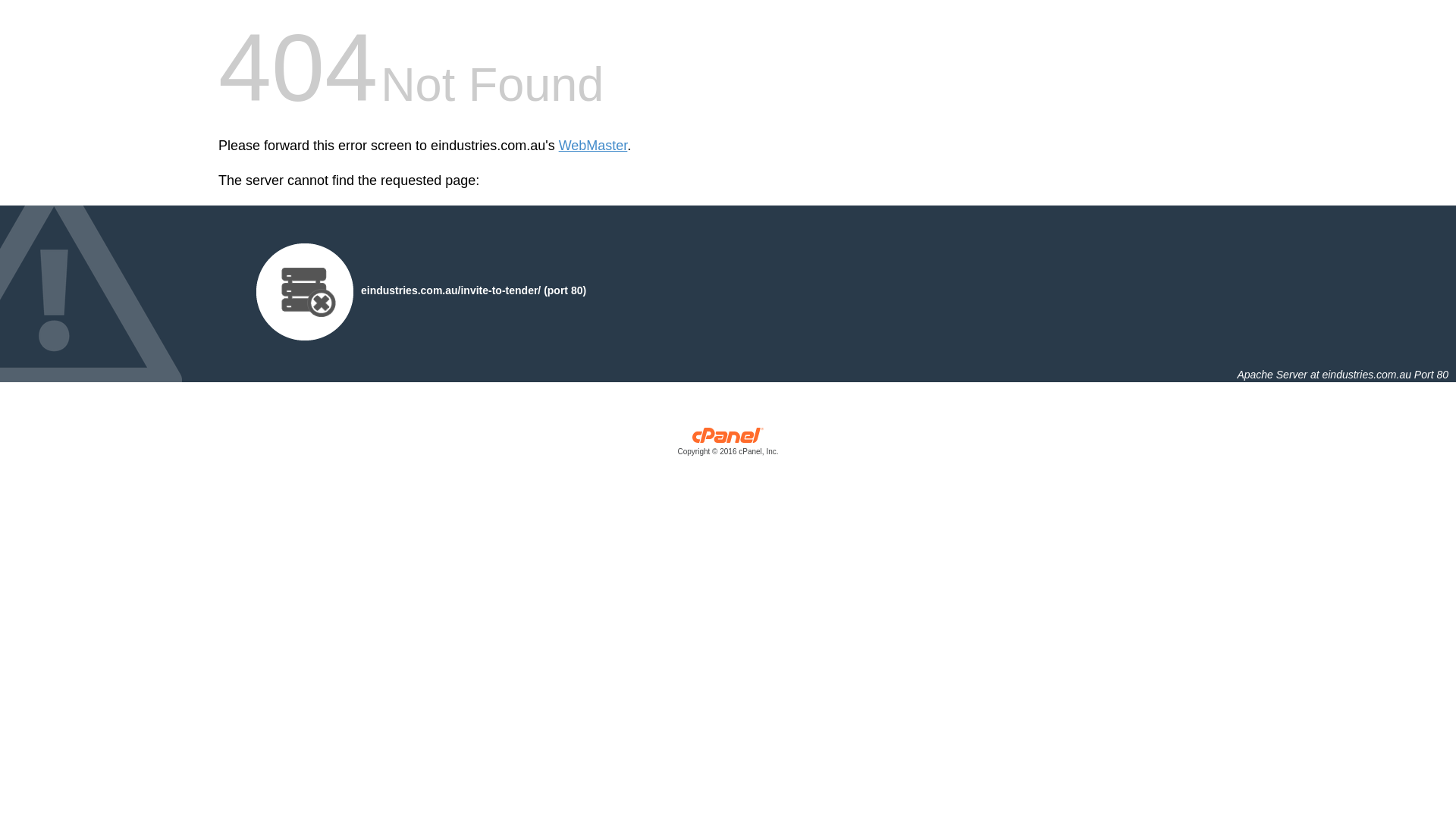 Image resolution: width=1456 pixels, height=819 pixels. What do you see at coordinates (592, 146) in the screenshot?
I see `'WebMaster'` at bounding box center [592, 146].